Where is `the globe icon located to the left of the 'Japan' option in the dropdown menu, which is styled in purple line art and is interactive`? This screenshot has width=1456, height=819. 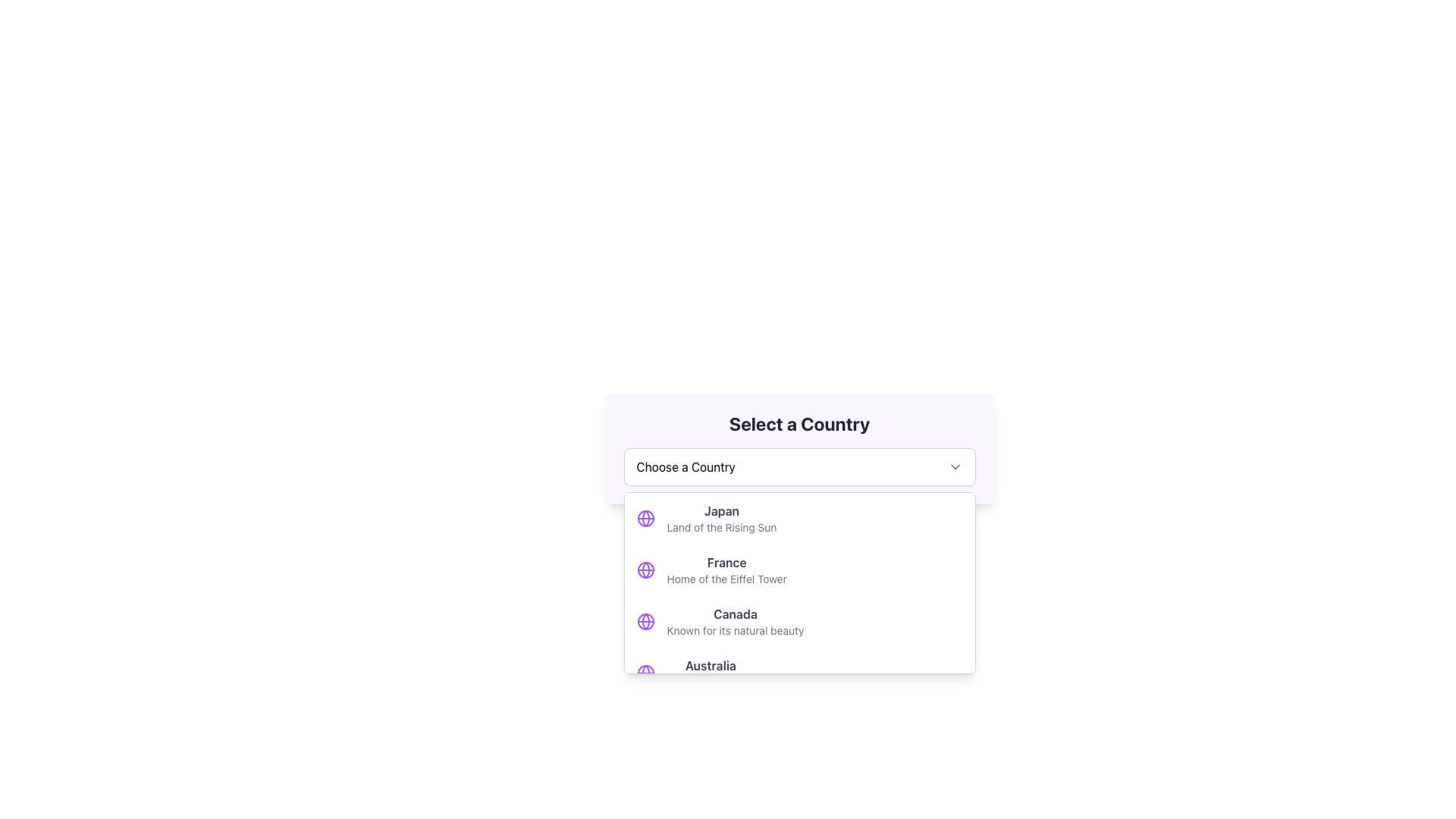 the globe icon located to the left of the 'Japan' option in the dropdown menu, which is styled in purple line art and is interactive is located at coordinates (645, 517).